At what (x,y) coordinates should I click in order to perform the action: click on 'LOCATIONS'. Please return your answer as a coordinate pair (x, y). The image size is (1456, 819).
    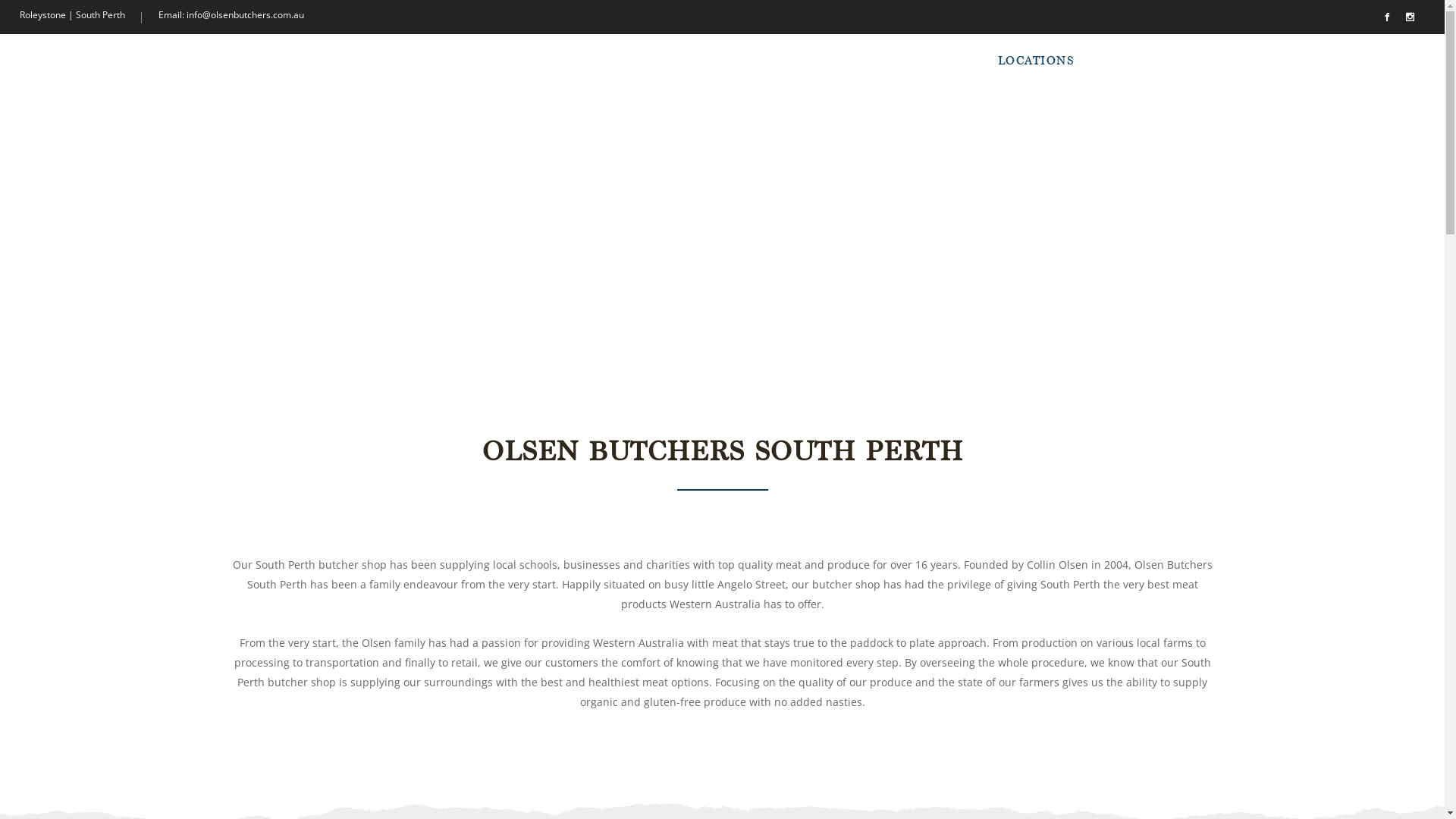
    Looking at the image, I should click on (1035, 59).